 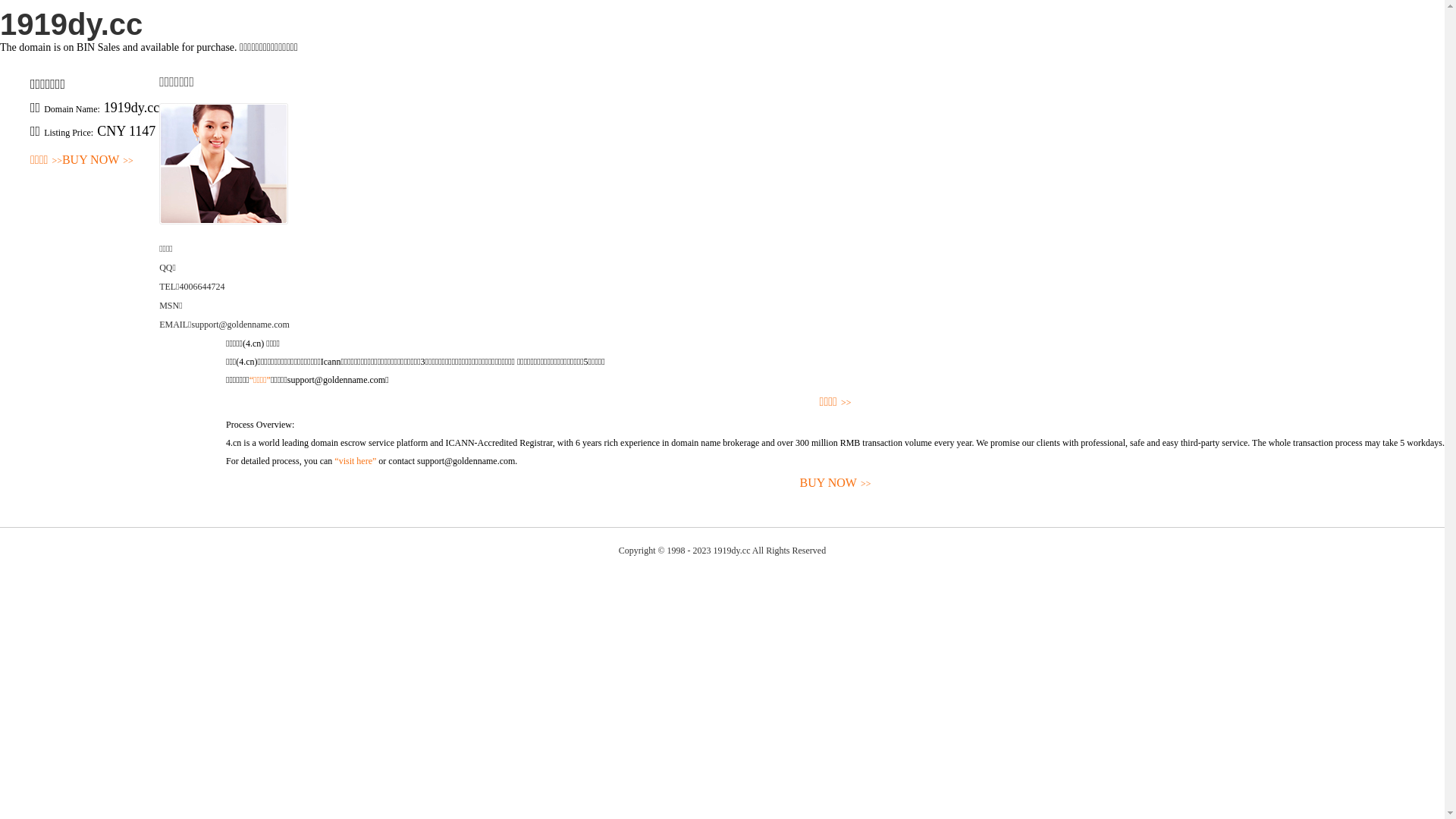 I want to click on 'BUY NOW>>', so click(x=97, y=160).